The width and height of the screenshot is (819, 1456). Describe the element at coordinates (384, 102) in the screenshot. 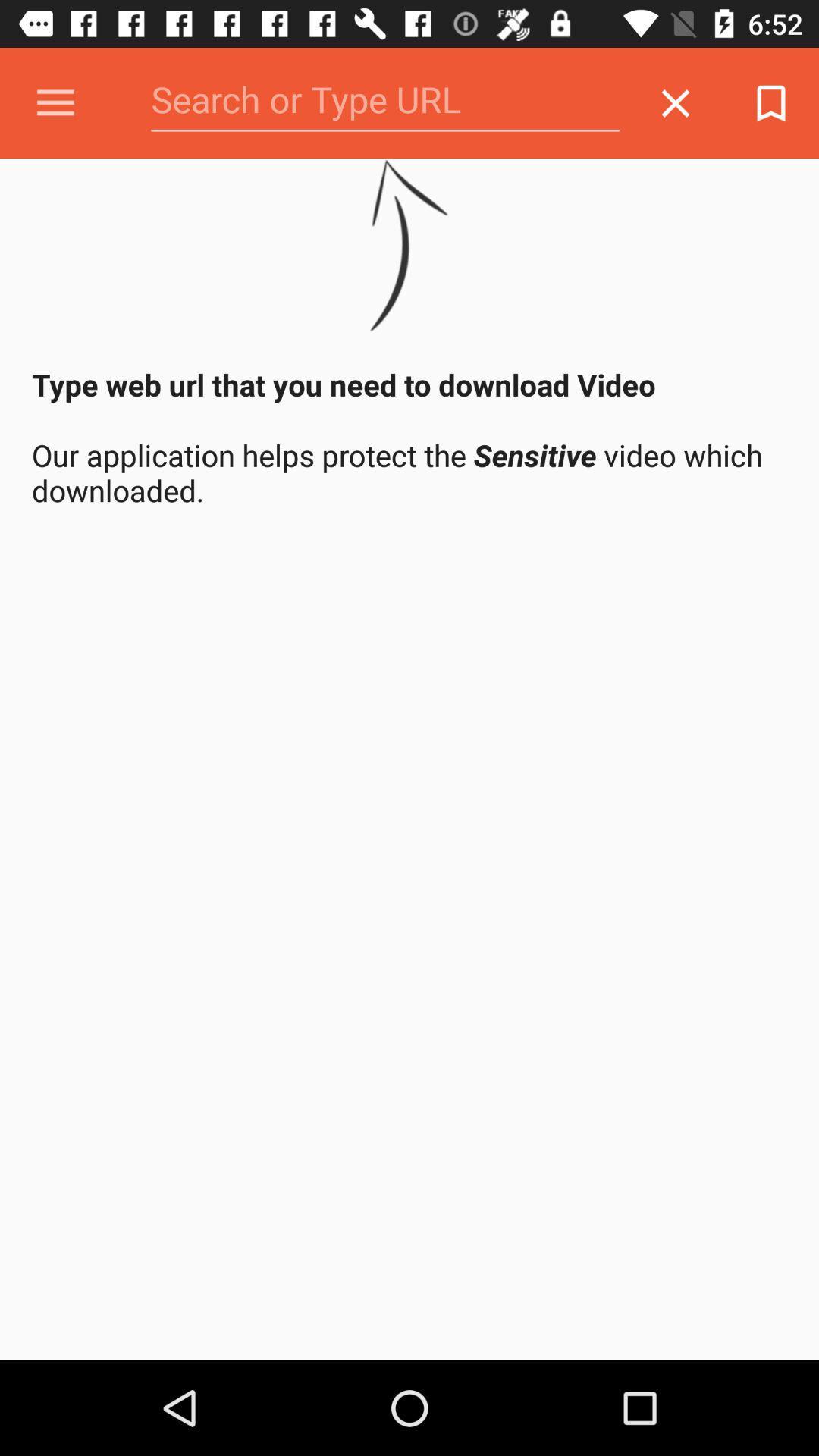

I see `search entry box` at that location.